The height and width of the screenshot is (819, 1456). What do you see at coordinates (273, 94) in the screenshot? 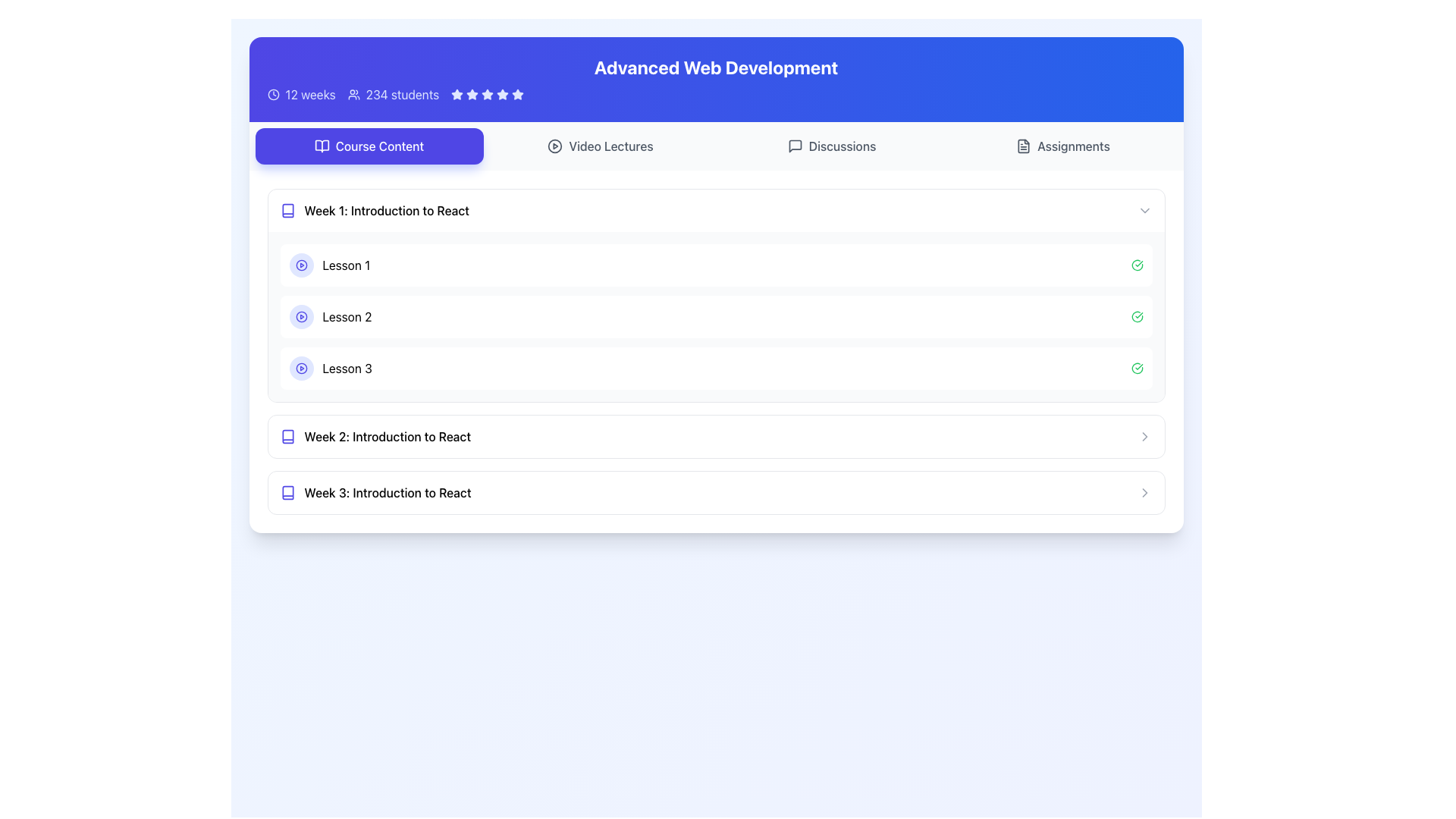
I see `the clock icon located in the top section of the interface, underneath the title 'Advanced Web Development', to the left of the text '12 weeks'` at bounding box center [273, 94].